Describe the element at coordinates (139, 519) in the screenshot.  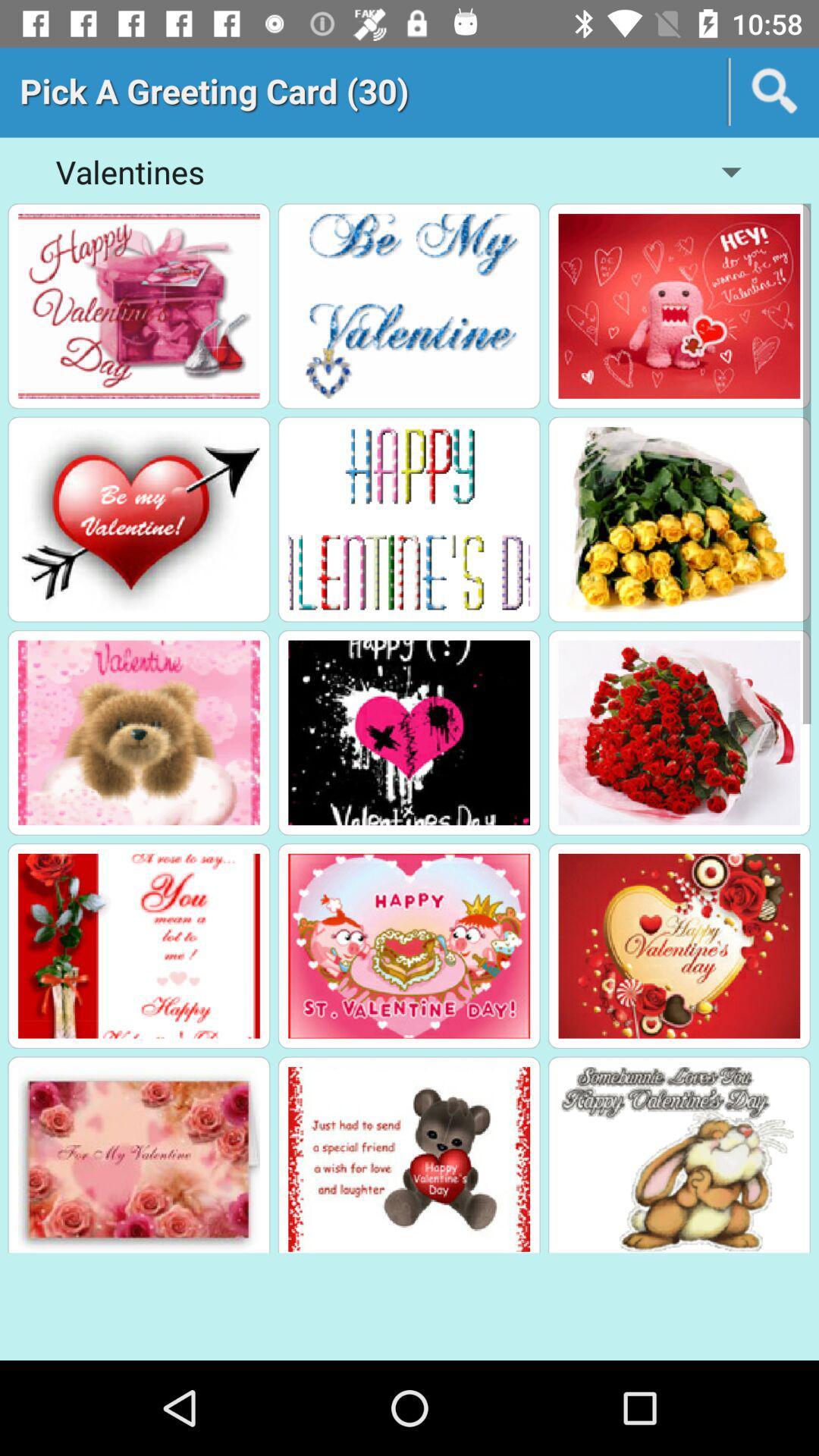
I see `pick card` at that location.